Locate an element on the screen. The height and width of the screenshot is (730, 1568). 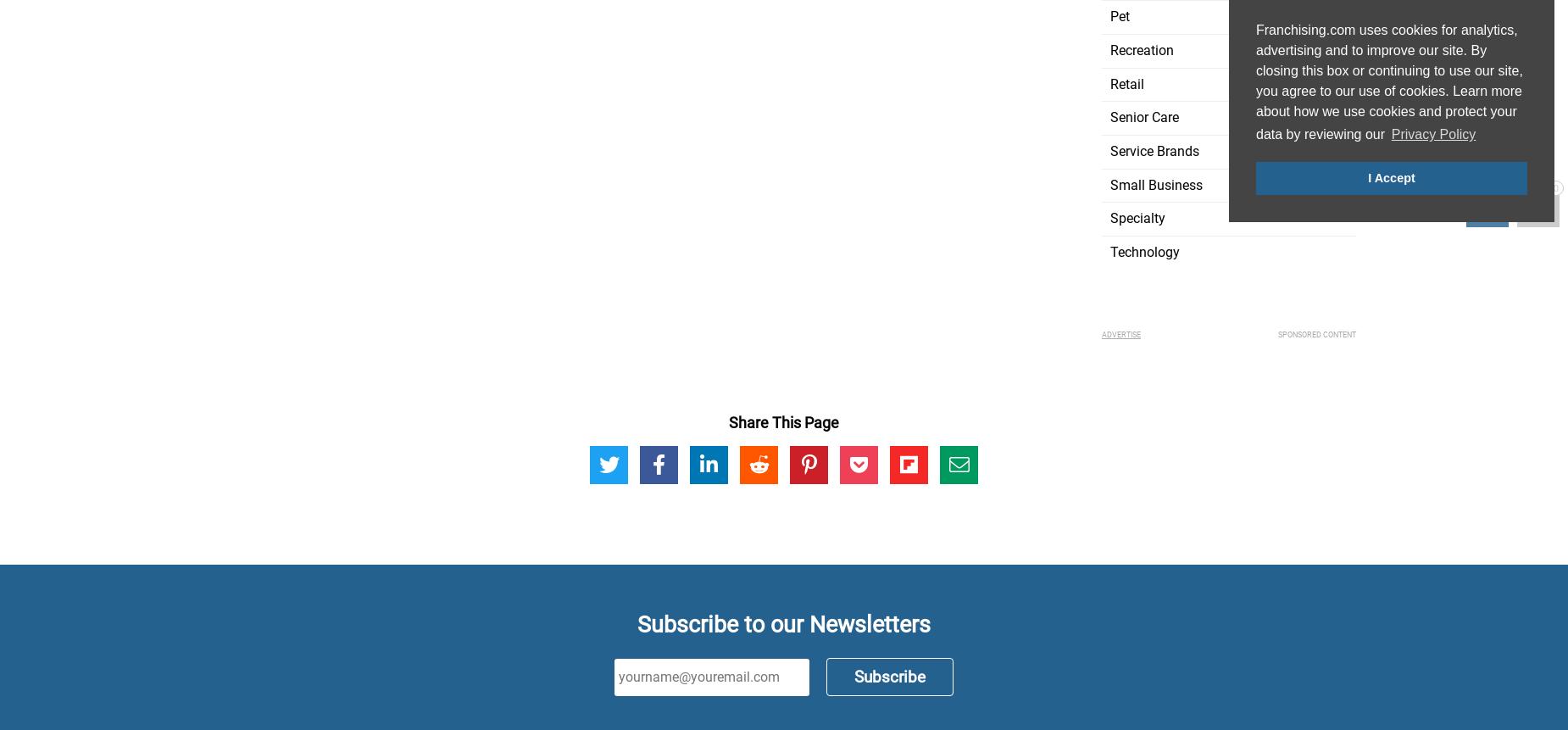
'Service Brands' is located at coordinates (1109, 151).